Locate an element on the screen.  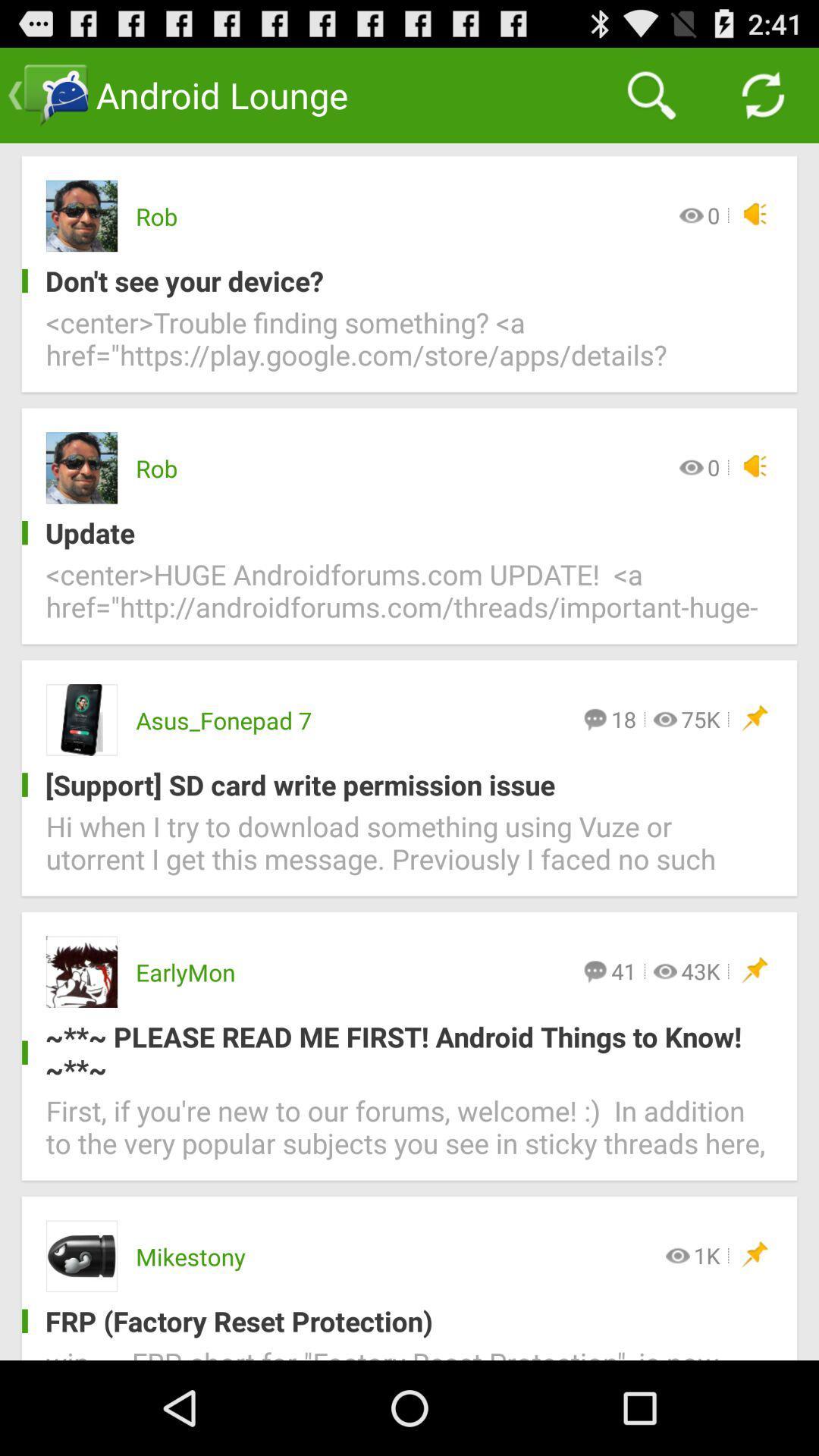
the item below the first if you icon is located at coordinates (400, 1257).